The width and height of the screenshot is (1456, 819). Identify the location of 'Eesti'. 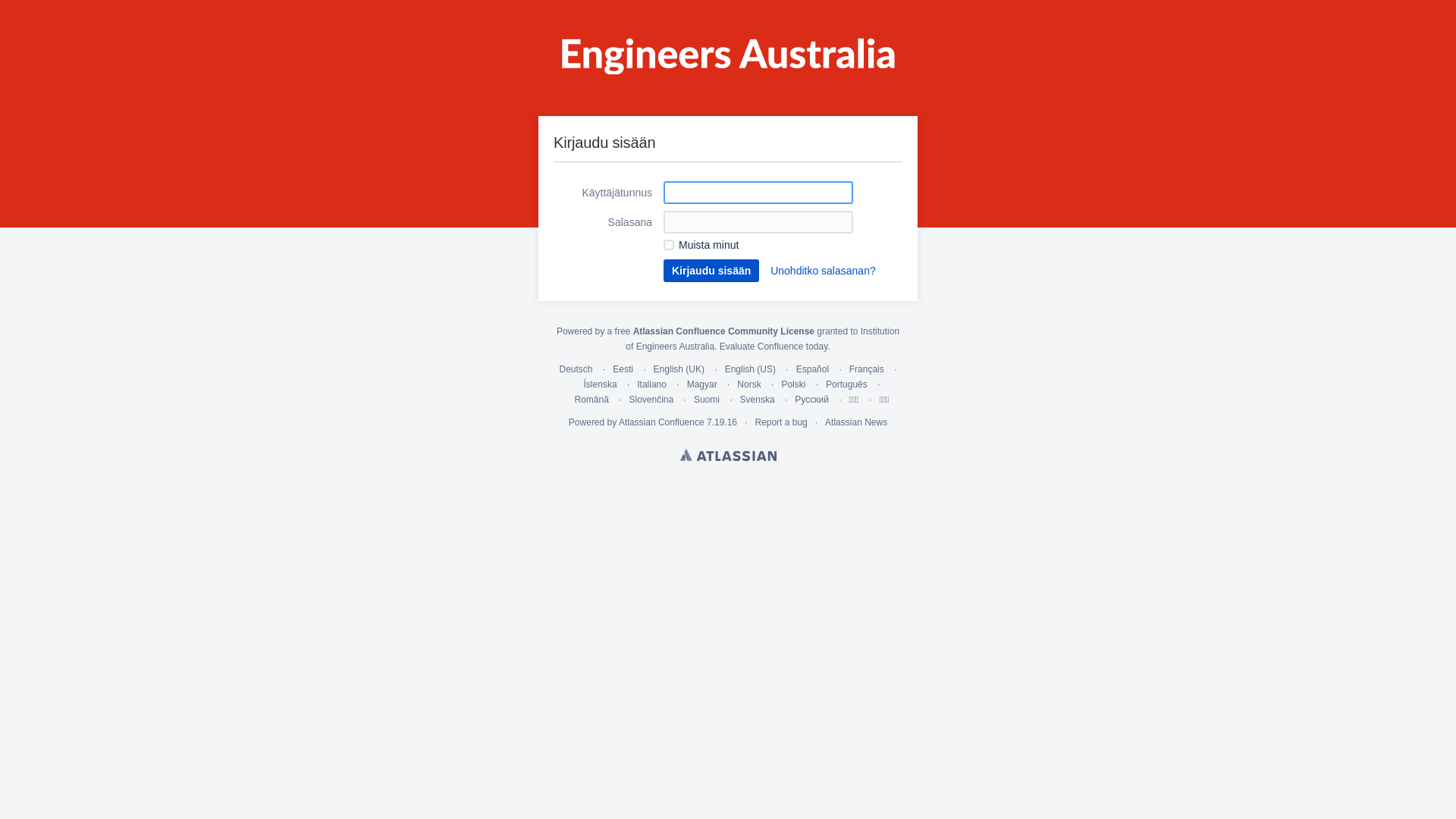
(623, 369).